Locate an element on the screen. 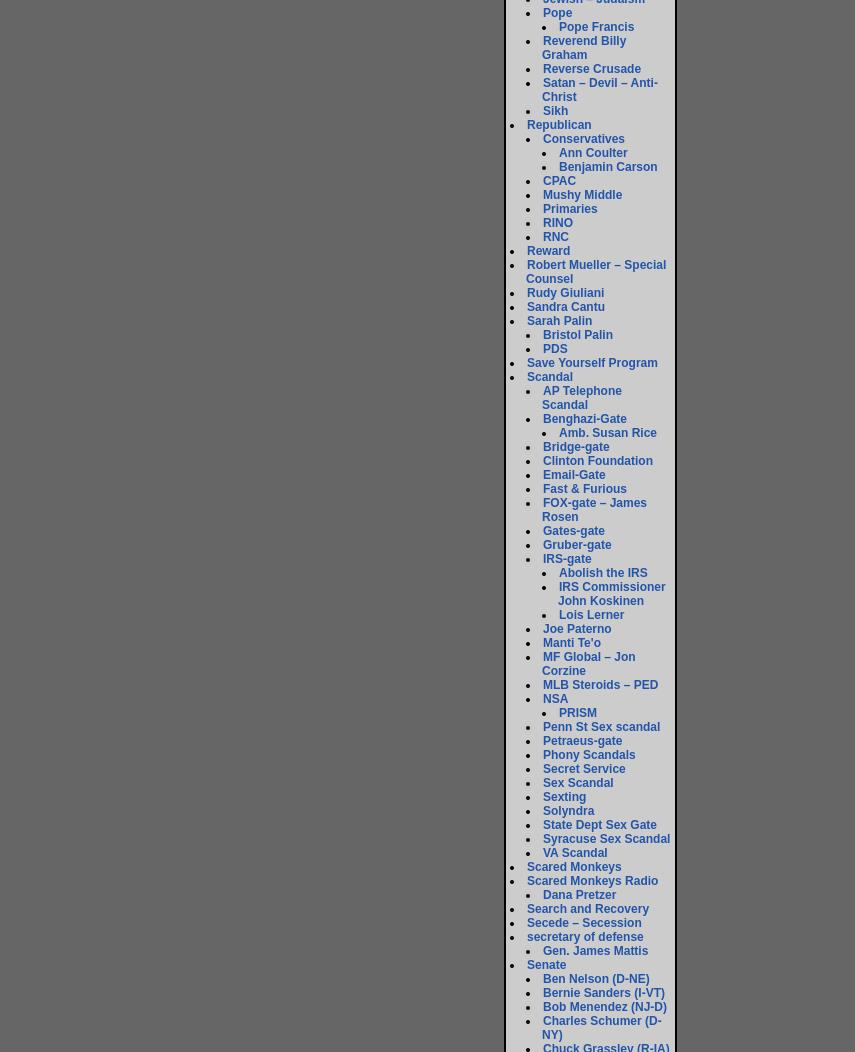 This screenshot has height=1052, width=855. 'Charles Schumer (D-NY)' is located at coordinates (601, 1027).